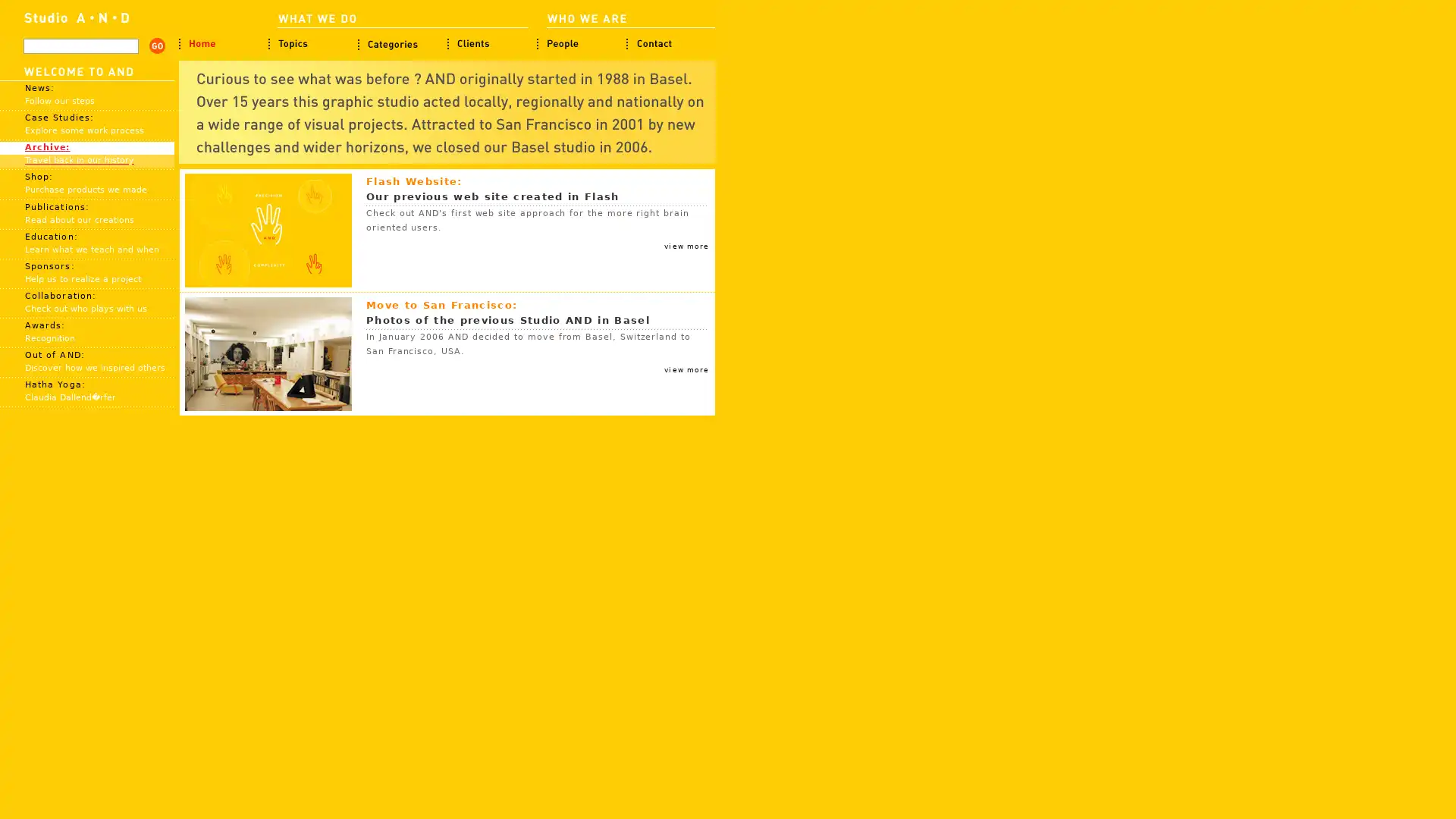 Image resolution: width=1456 pixels, height=819 pixels. What do you see at coordinates (156, 45) in the screenshot?
I see `search` at bounding box center [156, 45].